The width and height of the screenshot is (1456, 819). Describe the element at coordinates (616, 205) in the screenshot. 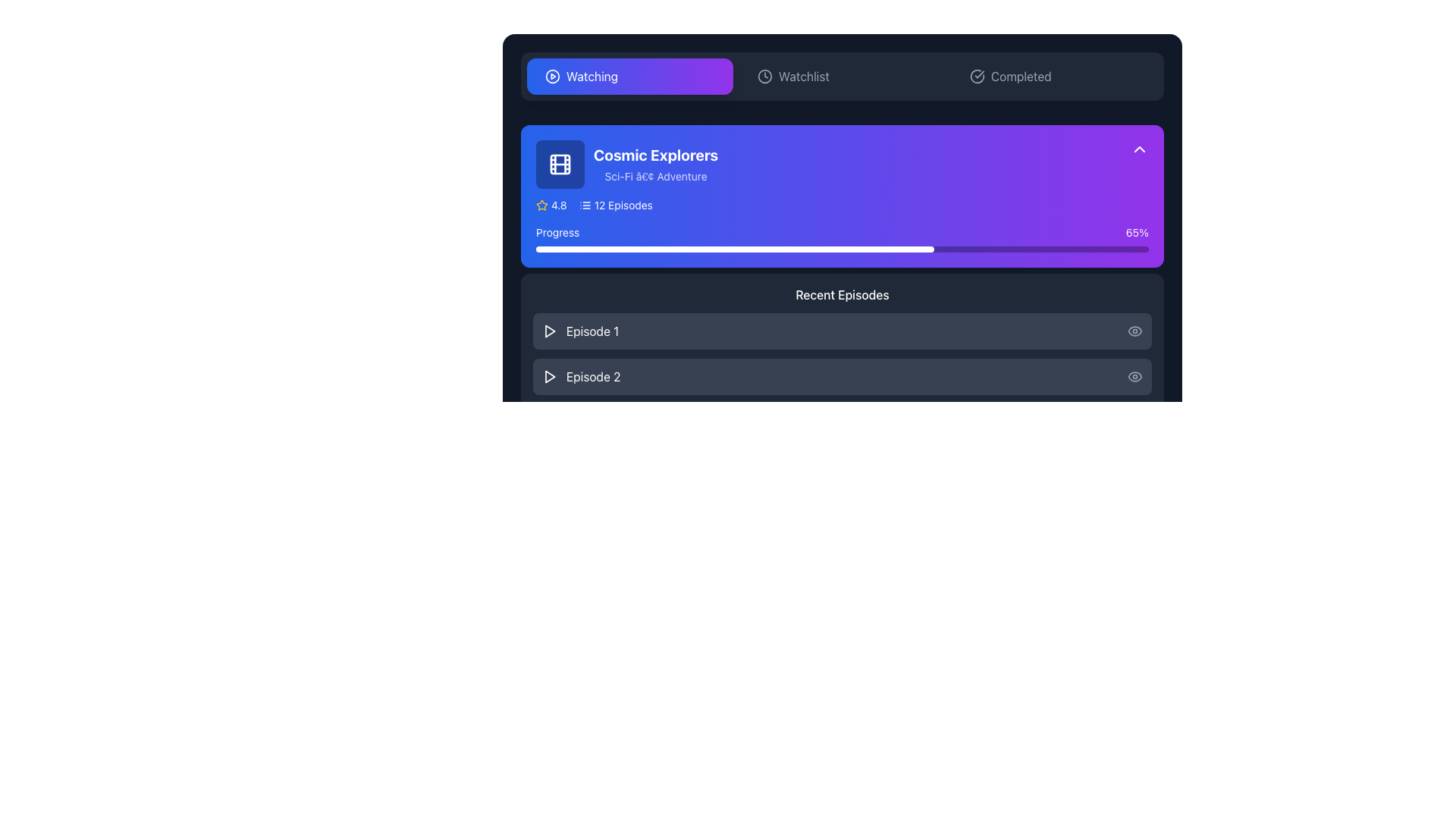

I see `the text element displaying '12 Episodes' with a list icon, located near the upper part of the section to the right of the star icon and its associated text ('4.8')` at that location.